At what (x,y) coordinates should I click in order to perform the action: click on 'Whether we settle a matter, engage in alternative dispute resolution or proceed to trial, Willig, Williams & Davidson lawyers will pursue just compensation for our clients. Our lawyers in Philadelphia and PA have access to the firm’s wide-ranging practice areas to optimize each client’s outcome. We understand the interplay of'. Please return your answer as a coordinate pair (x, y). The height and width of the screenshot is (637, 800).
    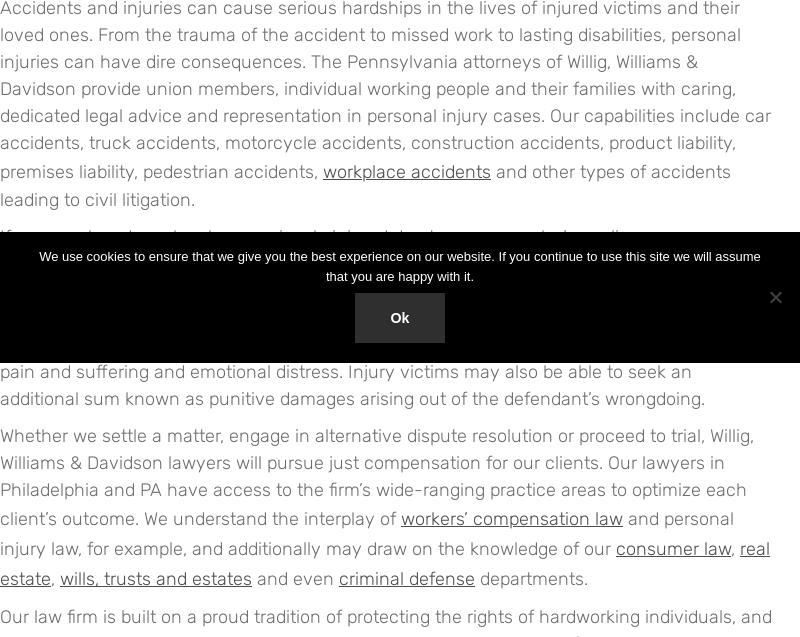
    Looking at the image, I should click on (376, 477).